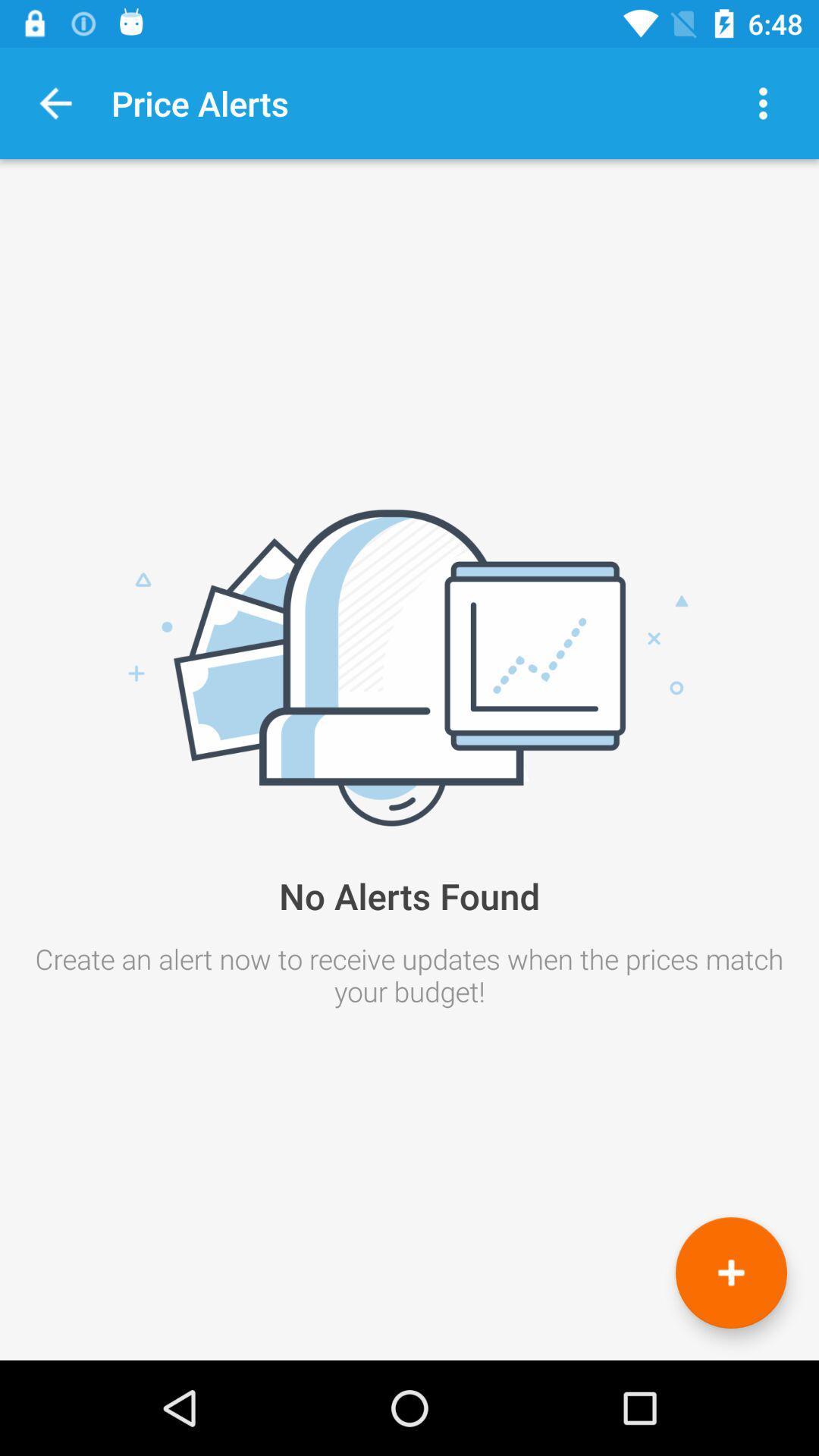 Image resolution: width=819 pixels, height=1456 pixels. I want to click on voltar a tela anterior, so click(55, 102).